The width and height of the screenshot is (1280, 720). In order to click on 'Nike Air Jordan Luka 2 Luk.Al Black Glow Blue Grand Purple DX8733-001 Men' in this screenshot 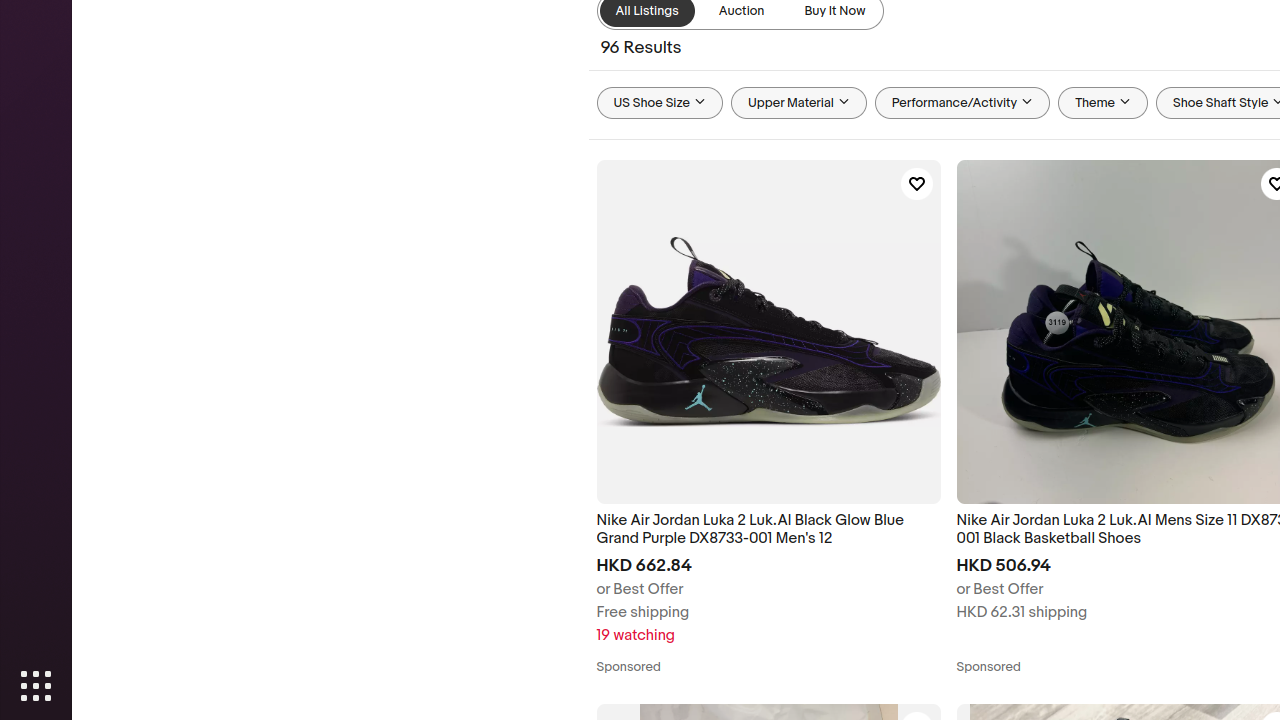, I will do `click(767, 529)`.